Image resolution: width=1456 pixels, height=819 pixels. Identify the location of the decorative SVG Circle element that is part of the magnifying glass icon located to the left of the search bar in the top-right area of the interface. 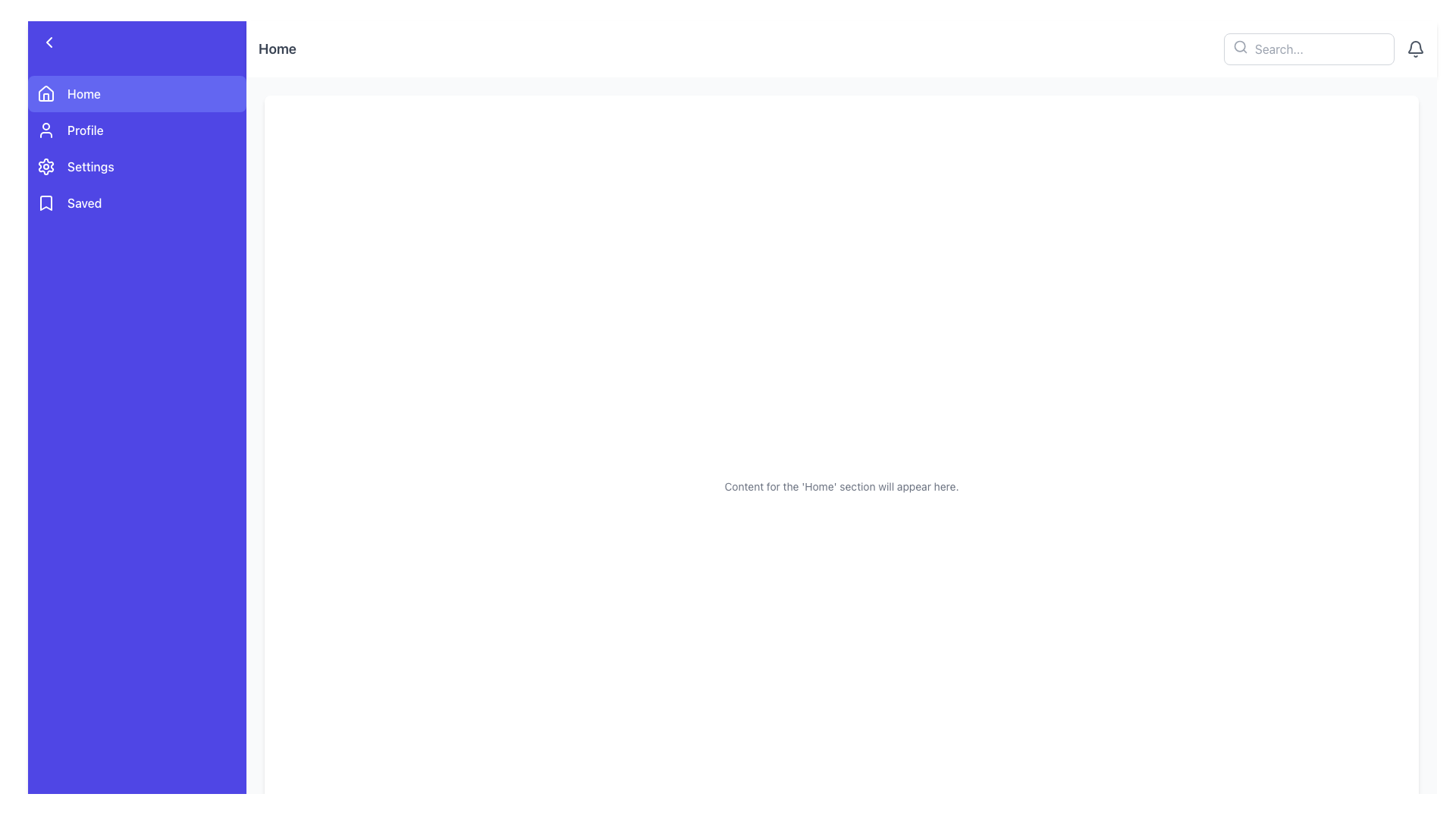
(1240, 45).